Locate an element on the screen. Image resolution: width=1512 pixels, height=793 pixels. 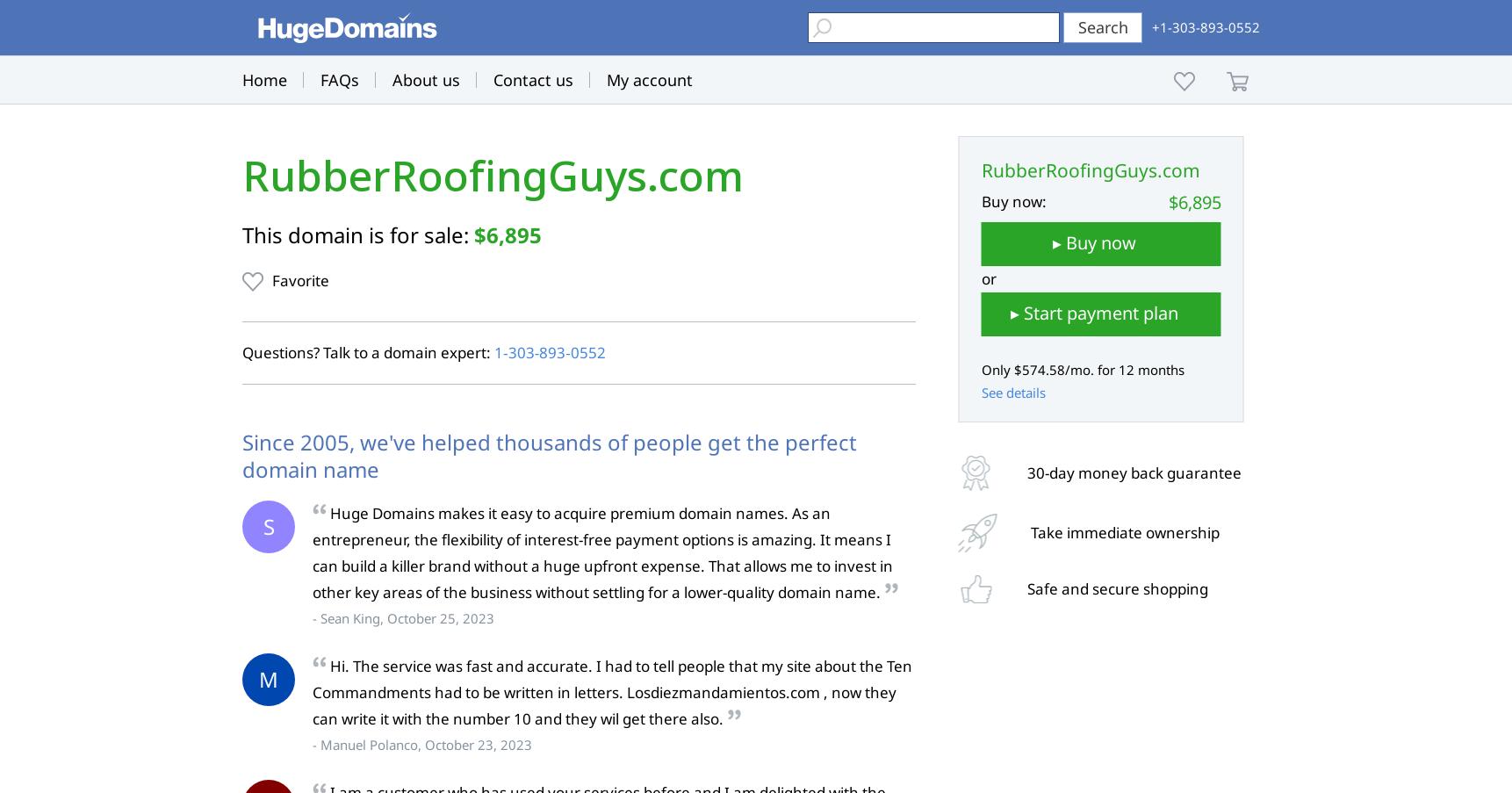
'Questions? Talk to a domain expert:' is located at coordinates (242, 351).